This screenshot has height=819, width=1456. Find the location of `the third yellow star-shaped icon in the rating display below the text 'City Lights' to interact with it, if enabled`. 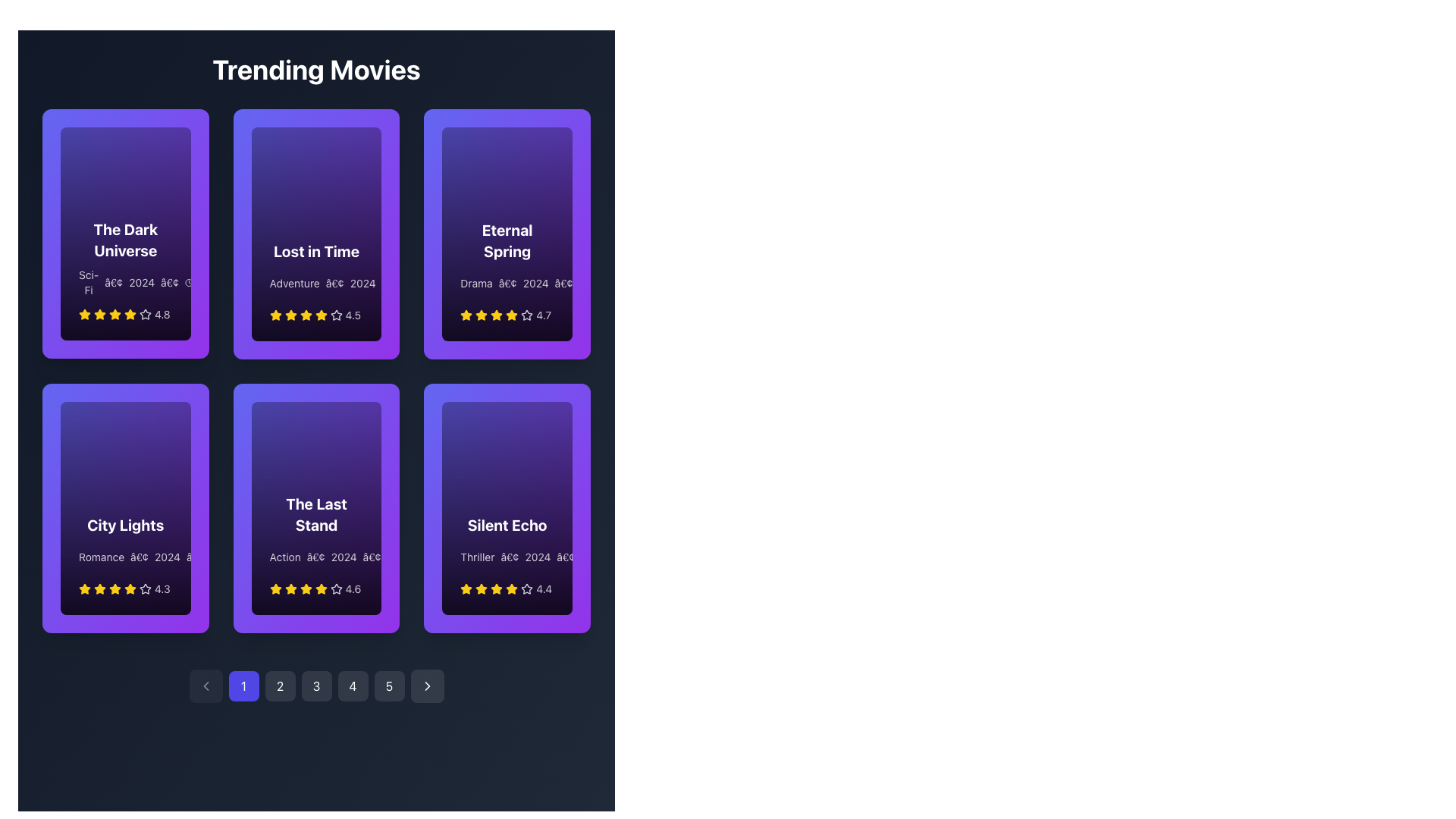

the third yellow star-shaped icon in the rating display below the text 'City Lights' to interact with it, if enabled is located at coordinates (99, 587).